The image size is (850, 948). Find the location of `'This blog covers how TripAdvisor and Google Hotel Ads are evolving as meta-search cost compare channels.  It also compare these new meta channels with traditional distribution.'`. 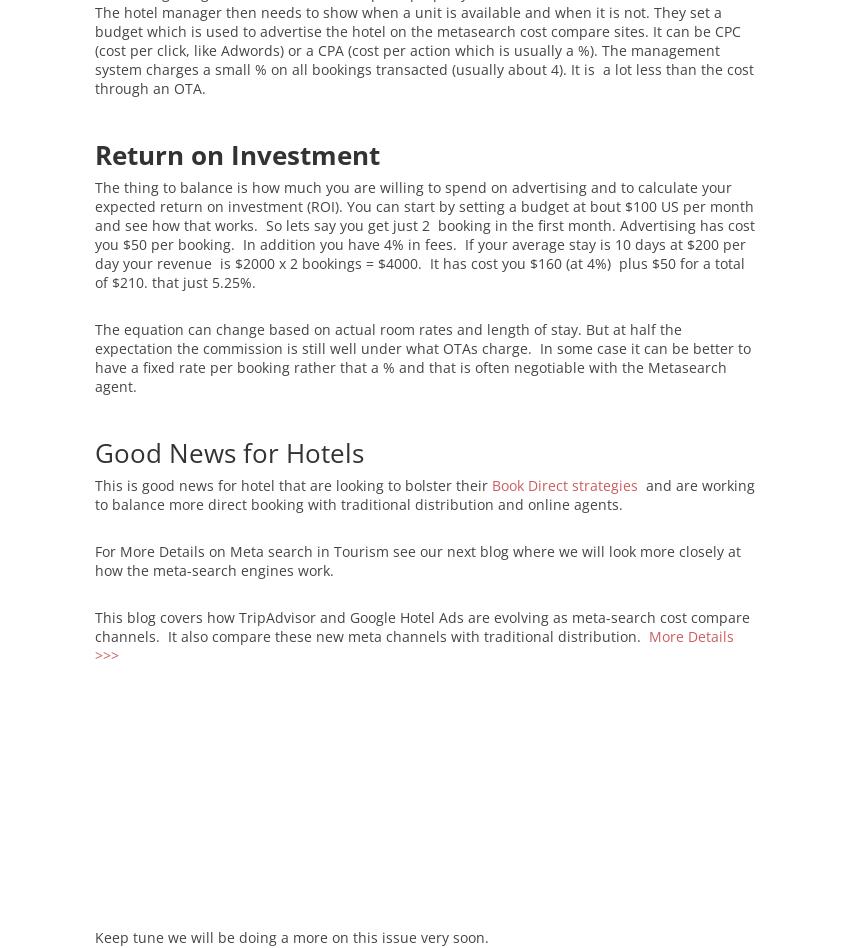

'This blog covers how TripAdvisor and Google Hotel Ads are evolving as meta-search cost compare channels.  It also compare these new meta channels with traditional distribution.' is located at coordinates (94, 626).